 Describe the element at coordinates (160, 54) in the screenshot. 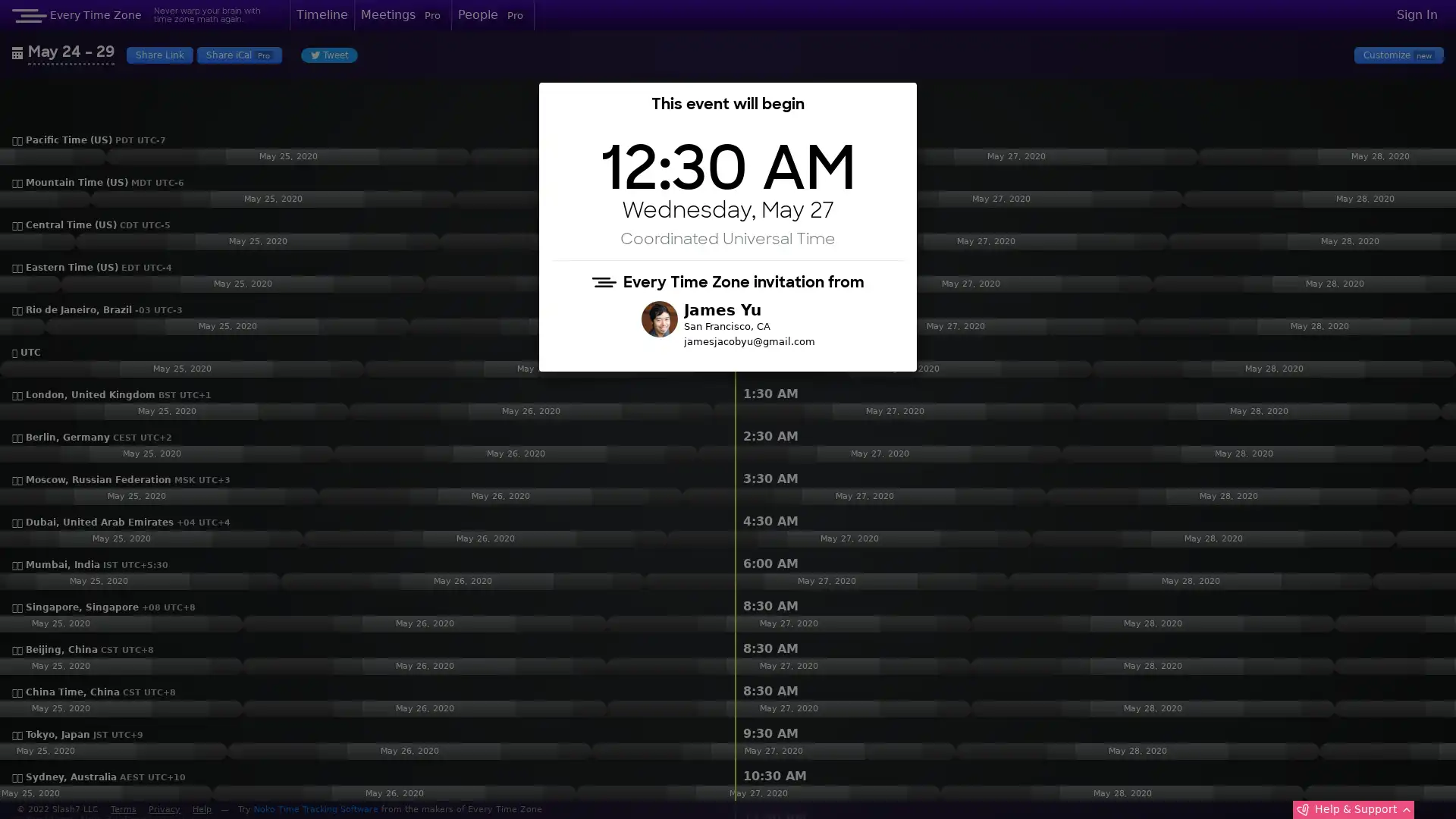

I see `Share Link` at that location.